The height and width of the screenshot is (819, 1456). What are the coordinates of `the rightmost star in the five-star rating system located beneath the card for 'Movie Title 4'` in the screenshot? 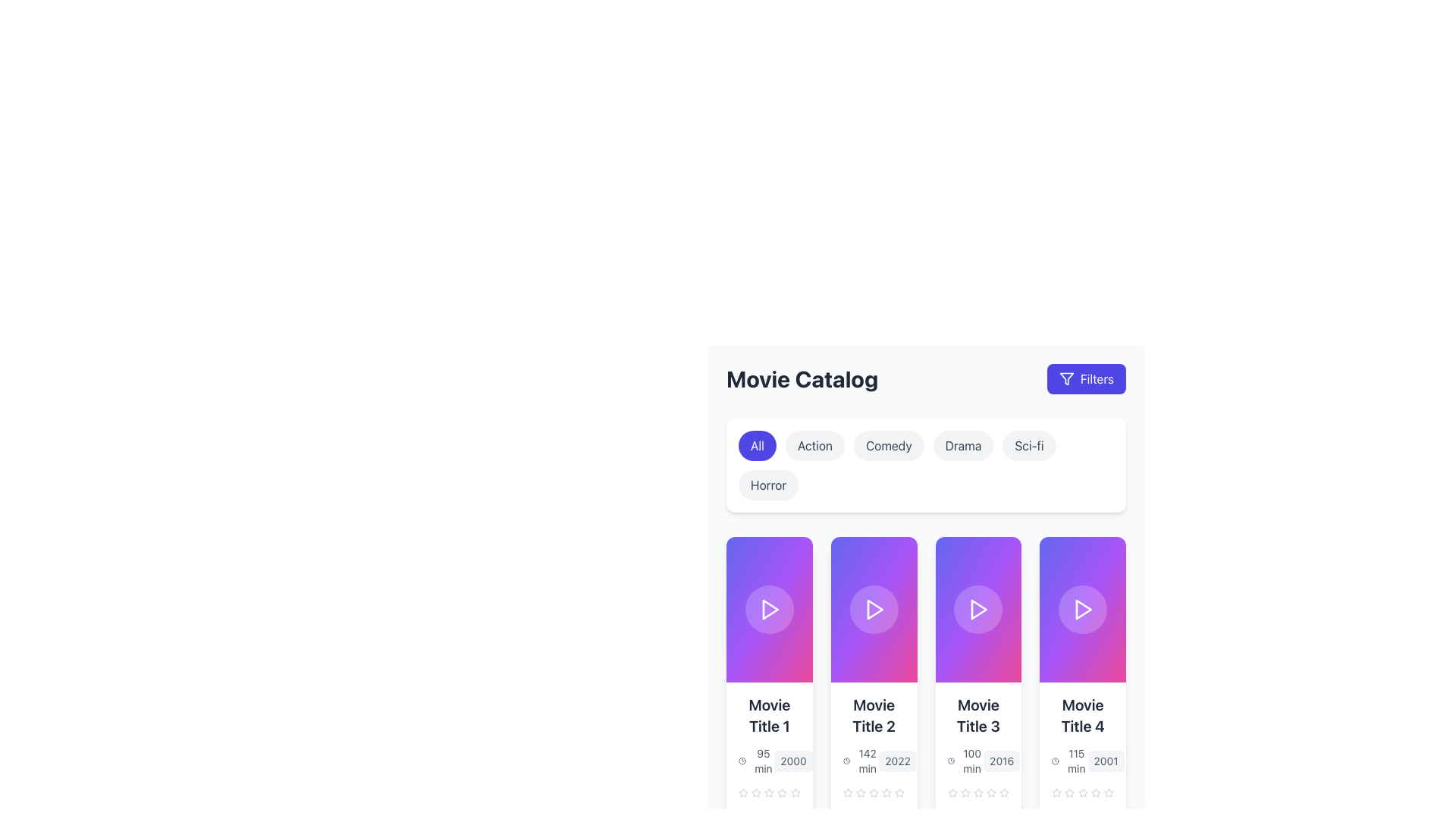 It's located at (1109, 792).